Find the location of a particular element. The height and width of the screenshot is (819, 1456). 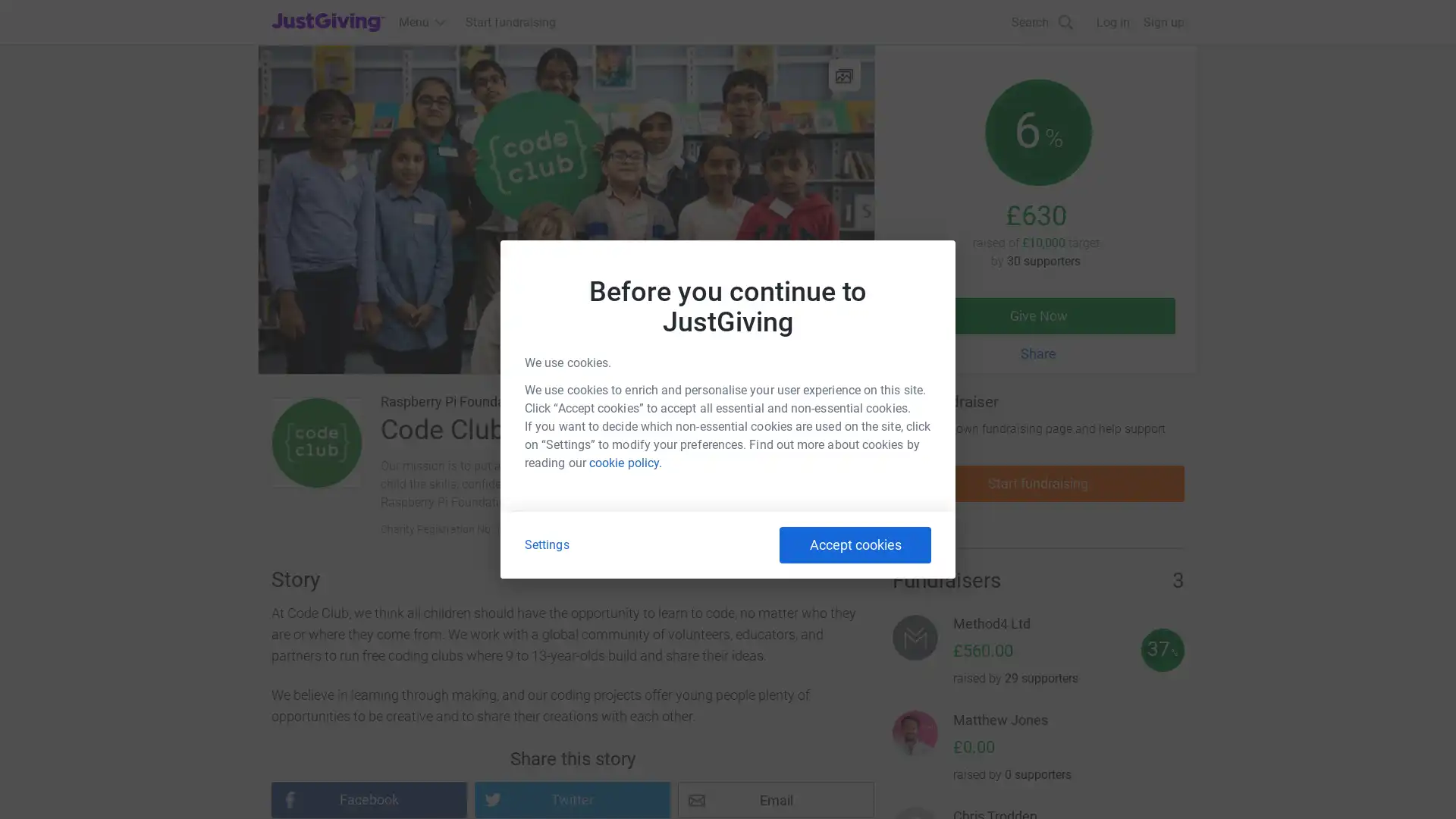

Open the Image Gallery is located at coordinates (565, 209).